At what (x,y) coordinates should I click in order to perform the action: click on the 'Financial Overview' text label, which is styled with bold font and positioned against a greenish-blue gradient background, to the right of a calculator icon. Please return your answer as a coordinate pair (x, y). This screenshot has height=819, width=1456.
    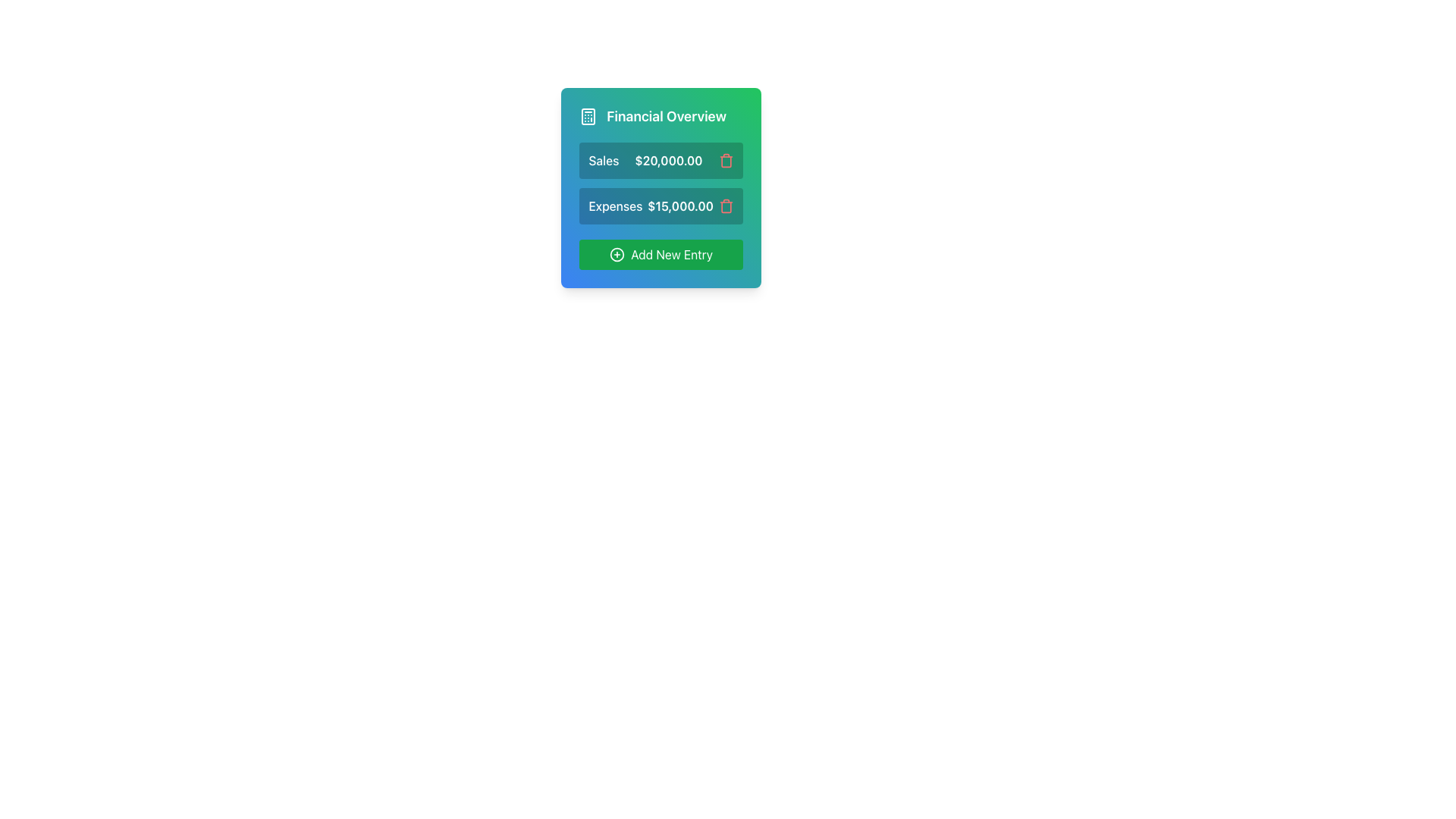
    Looking at the image, I should click on (667, 116).